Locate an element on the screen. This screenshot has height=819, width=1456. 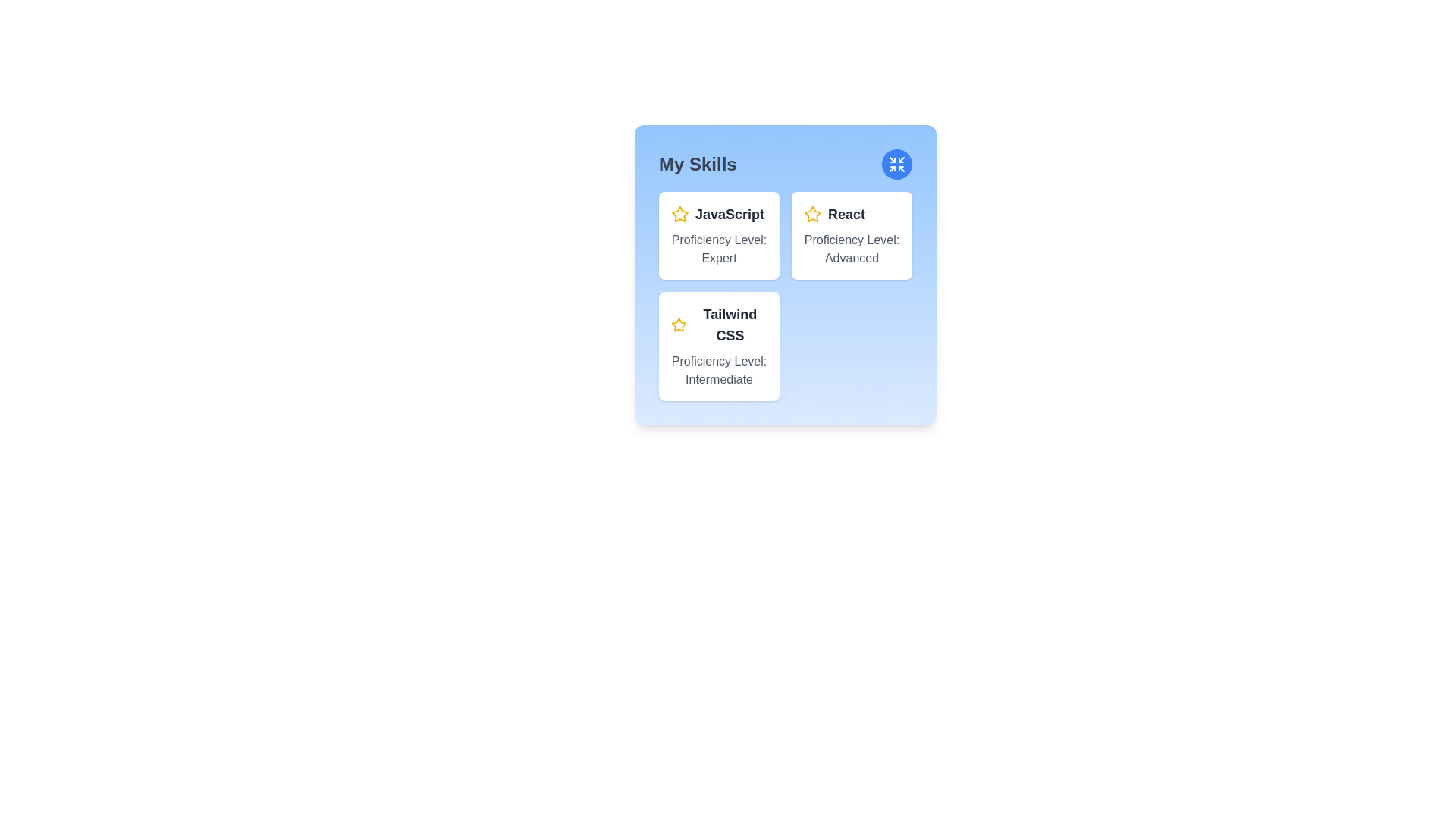
the decorative icon that indicates importance next to the 'JavaScript' label in the top-left skill card within the 'My Skills' section is located at coordinates (679, 214).